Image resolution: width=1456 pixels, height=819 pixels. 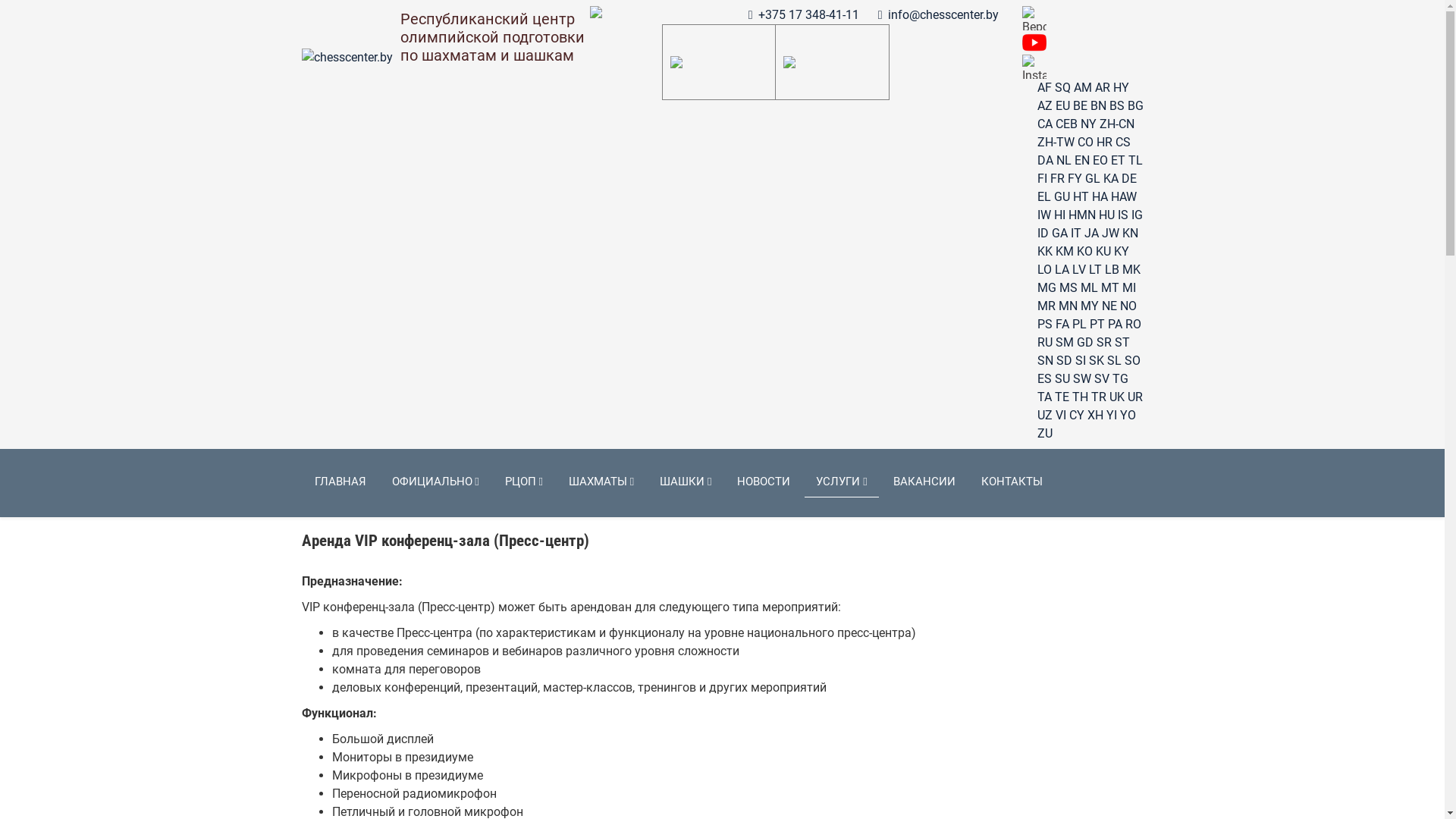 What do you see at coordinates (1087, 415) in the screenshot?
I see `'XH'` at bounding box center [1087, 415].